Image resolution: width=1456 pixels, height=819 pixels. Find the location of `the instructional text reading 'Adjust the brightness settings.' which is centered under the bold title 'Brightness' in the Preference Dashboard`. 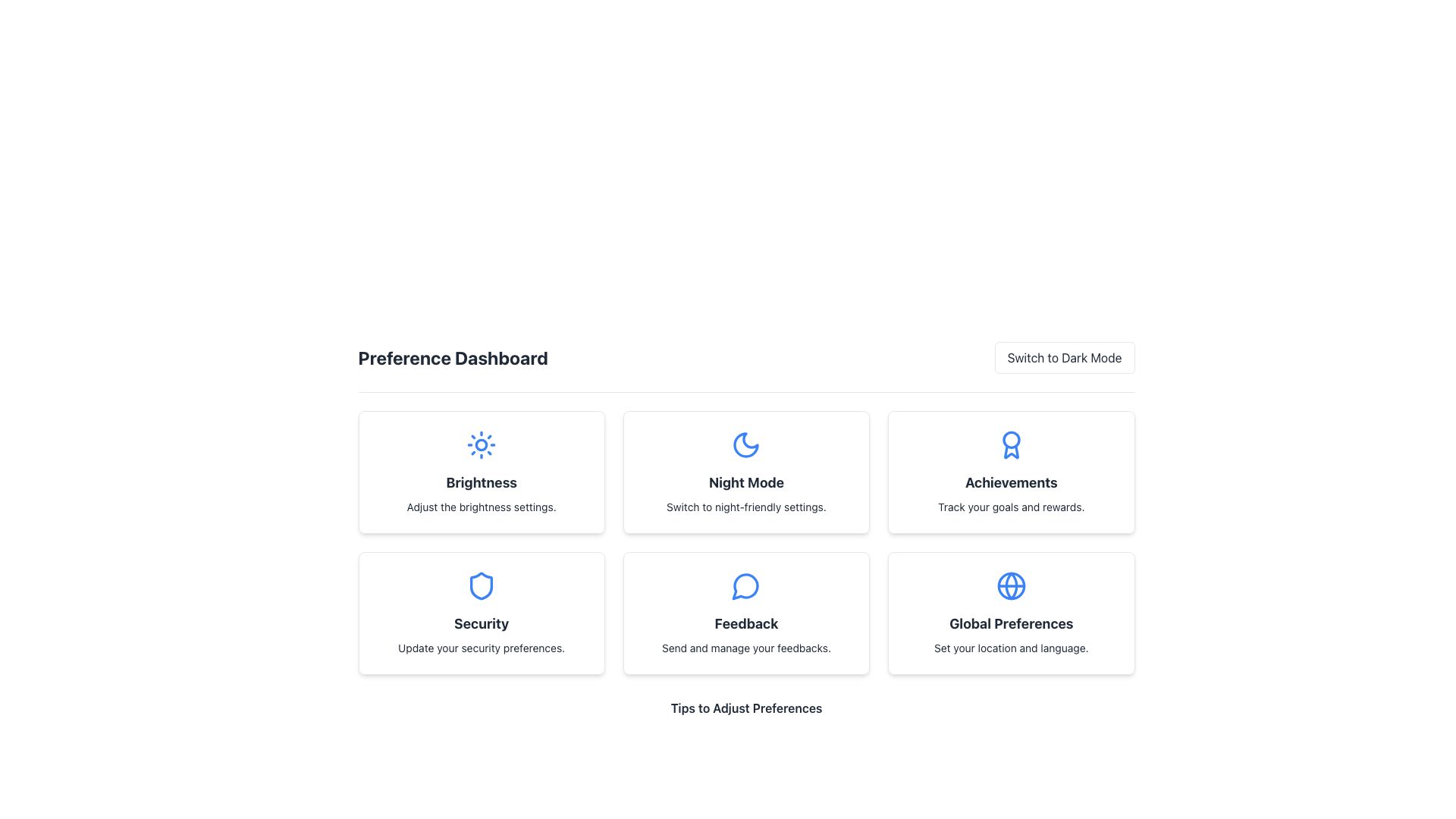

the instructional text reading 'Adjust the brightness settings.' which is centered under the bold title 'Brightness' in the Preference Dashboard is located at coordinates (481, 507).